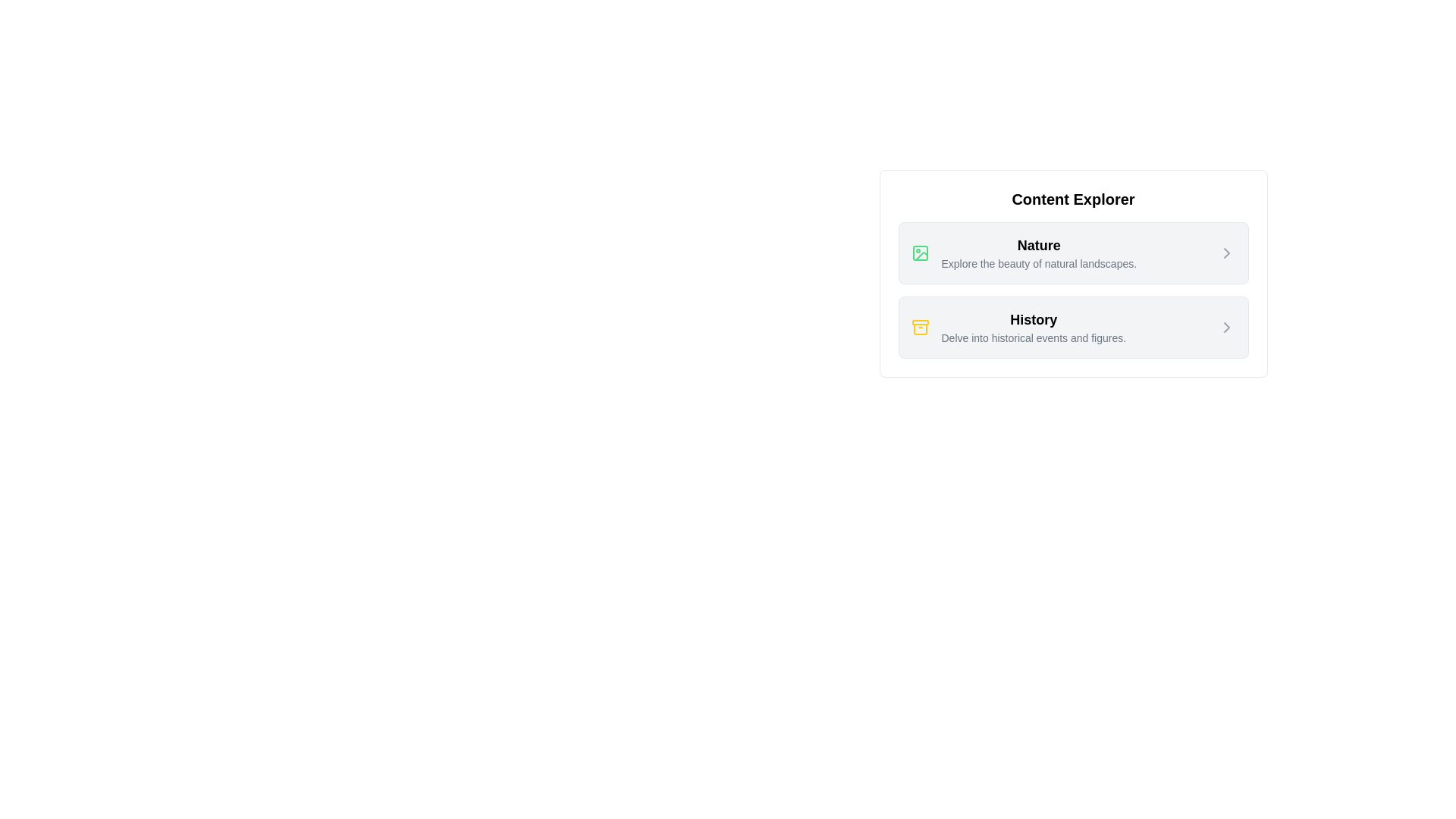  Describe the element at coordinates (1038, 253) in the screenshot. I see `the text block titled 'Nature' that contains the subtitle 'Explore the beauty of natural landscapes.'` at that location.